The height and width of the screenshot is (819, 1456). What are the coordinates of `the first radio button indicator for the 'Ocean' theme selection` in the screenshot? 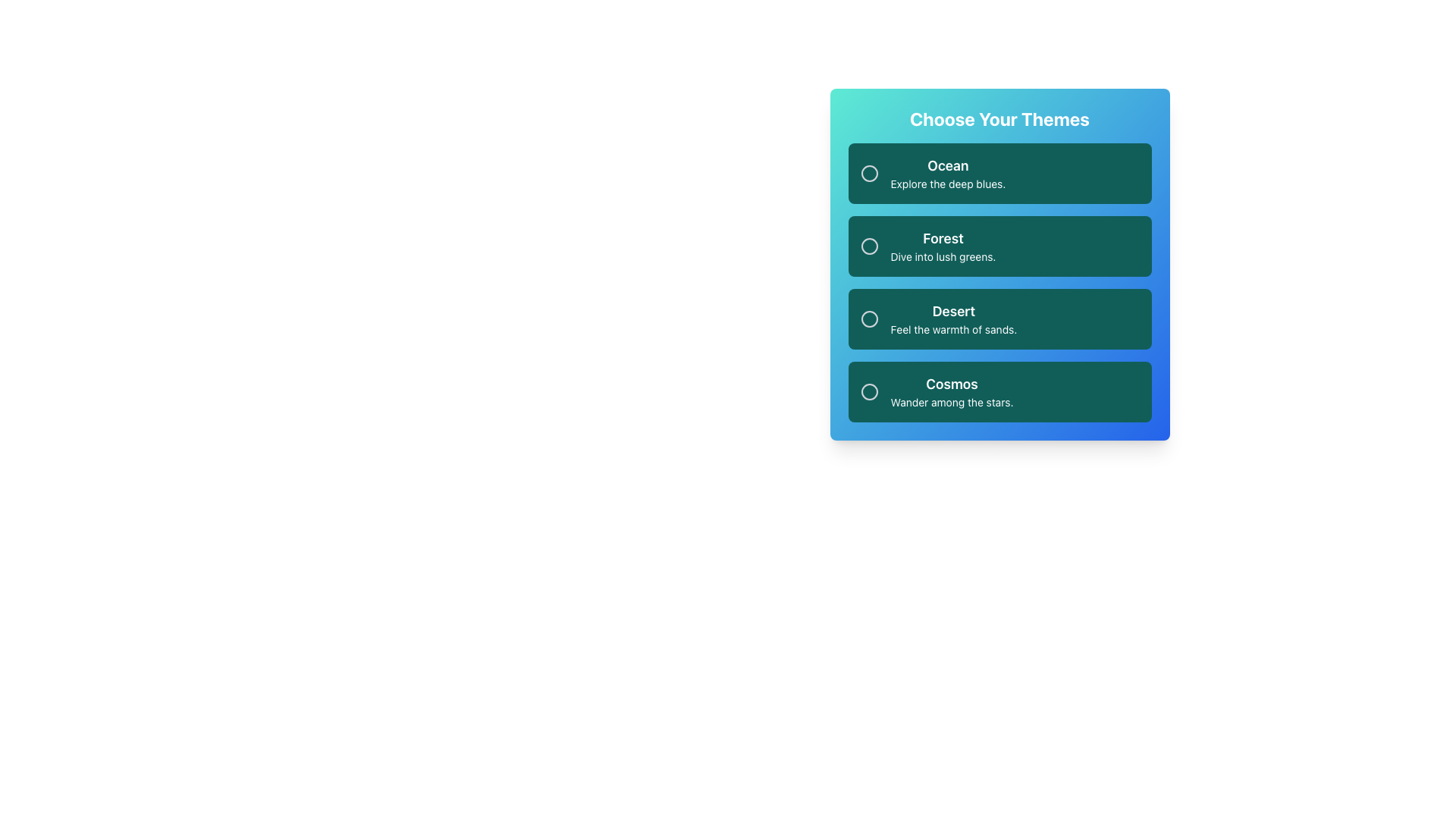 It's located at (869, 172).